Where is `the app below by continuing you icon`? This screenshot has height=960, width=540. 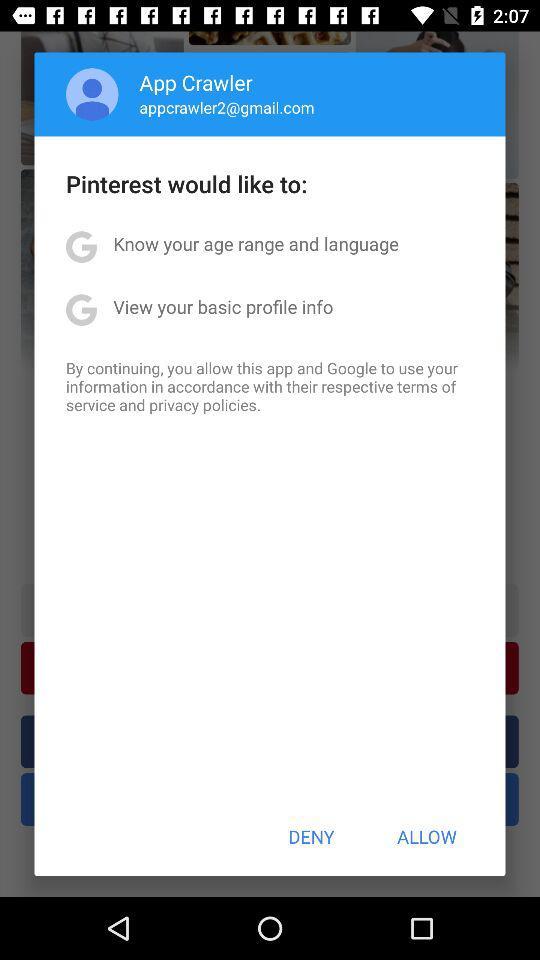 the app below by continuing you icon is located at coordinates (311, 836).